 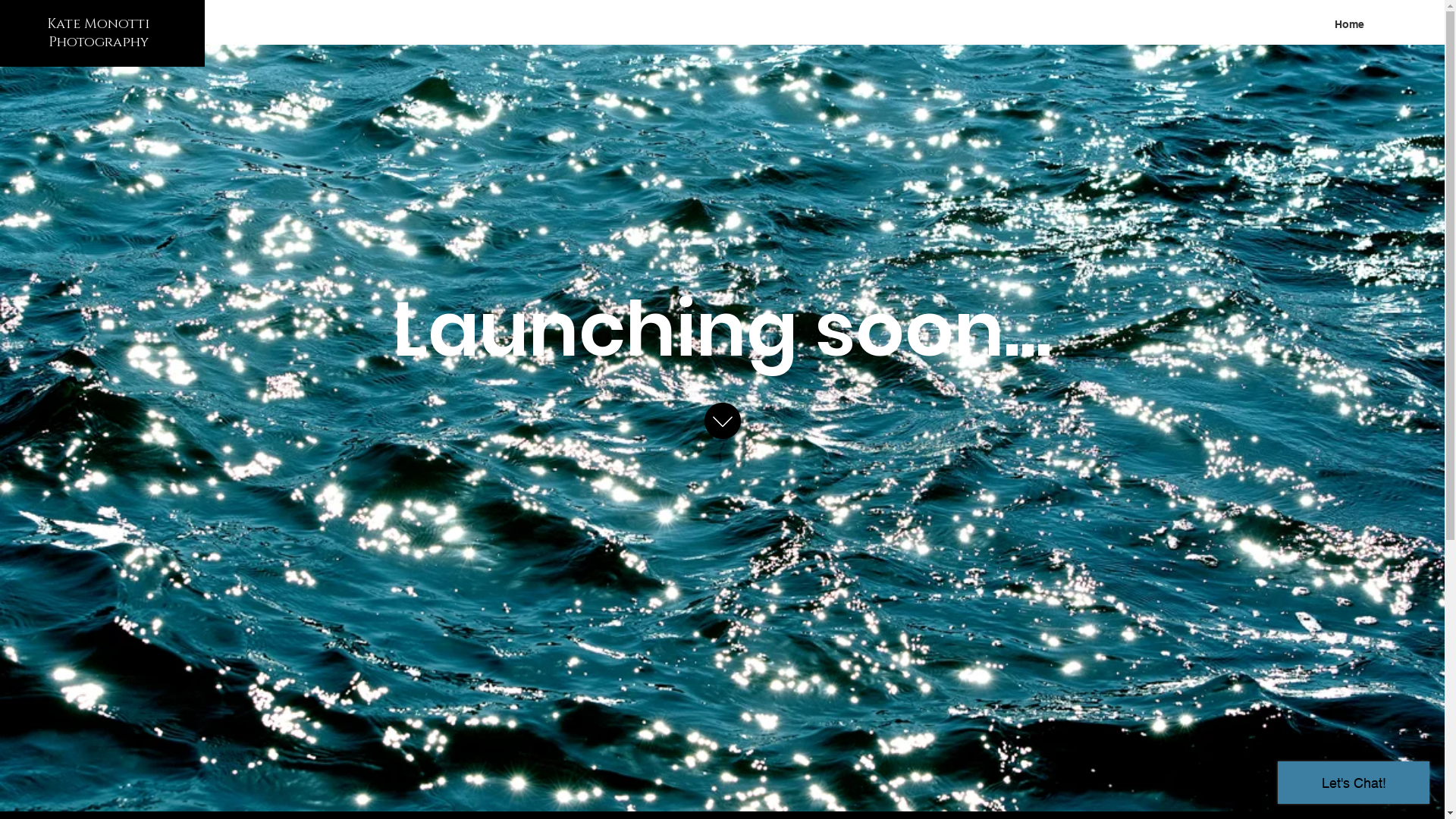 What do you see at coordinates (47, 32) in the screenshot?
I see `'Kate Monotti Photography'` at bounding box center [47, 32].